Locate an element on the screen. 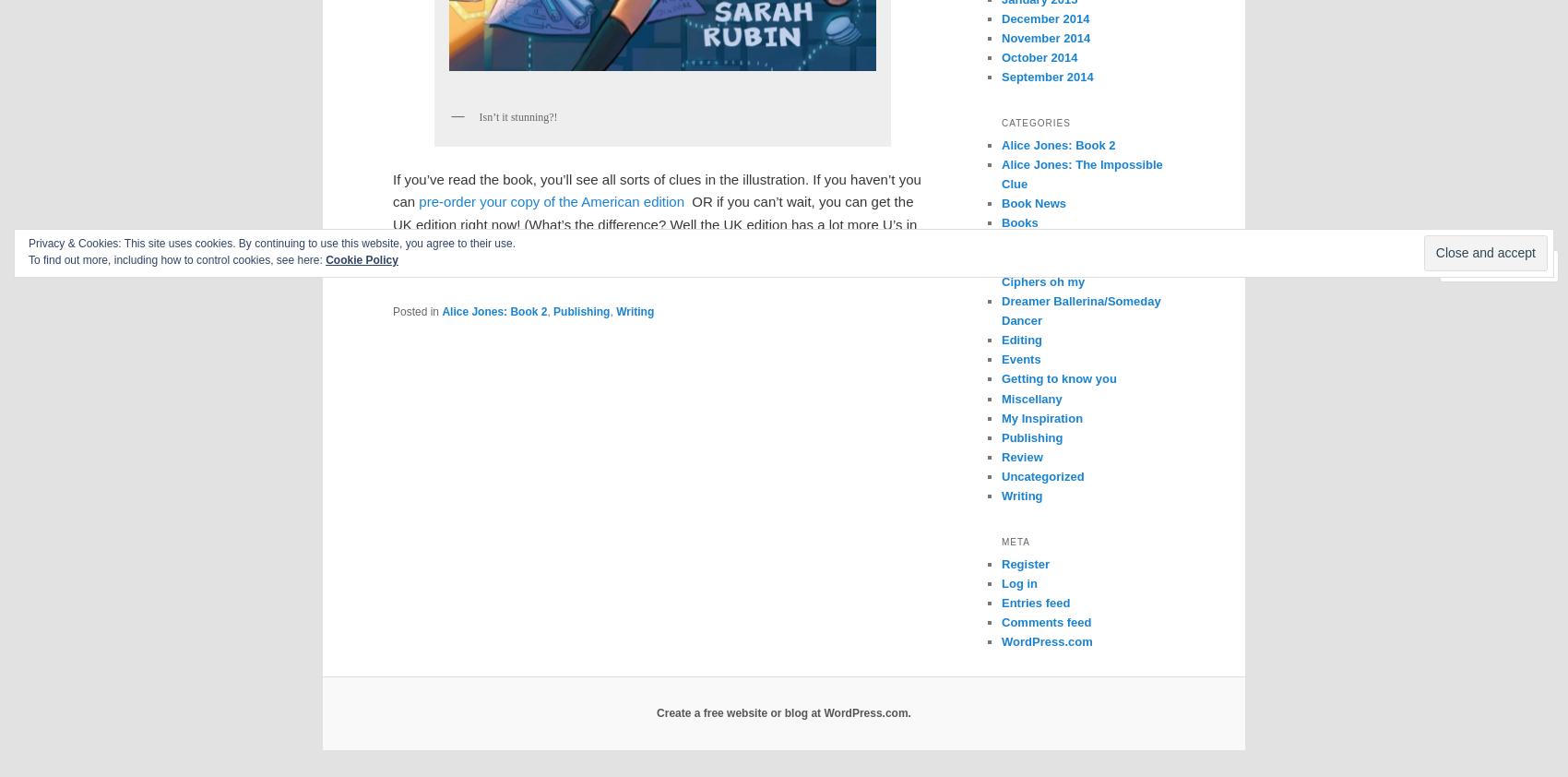 This screenshot has width=1568, height=777. 'My Inspiration' is located at coordinates (1041, 416).